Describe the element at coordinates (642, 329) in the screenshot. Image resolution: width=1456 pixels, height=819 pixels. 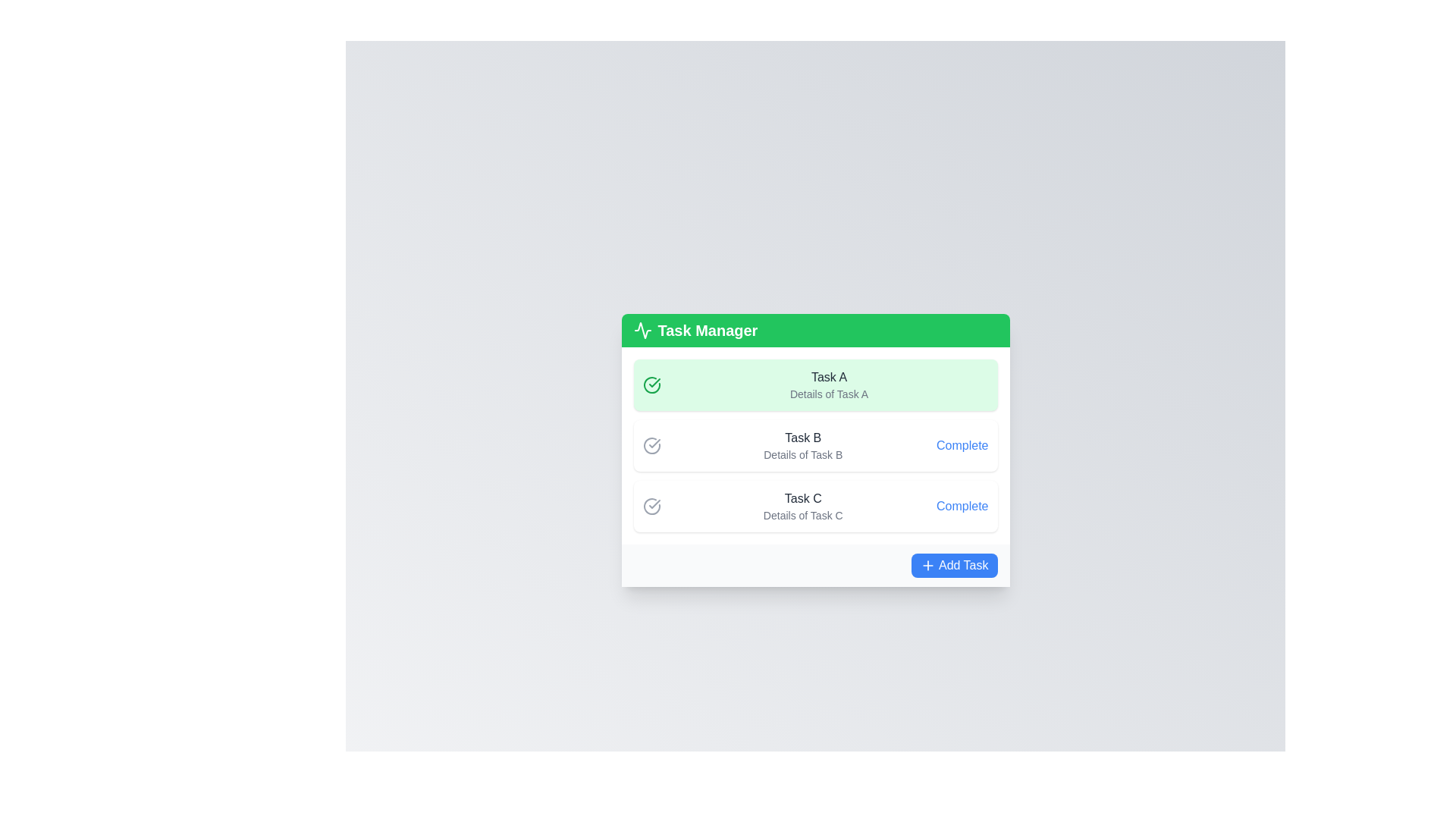
I see `the stylized waveform icon located in the top-left corner of the green header area labeled 'Task Manager'` at that location.